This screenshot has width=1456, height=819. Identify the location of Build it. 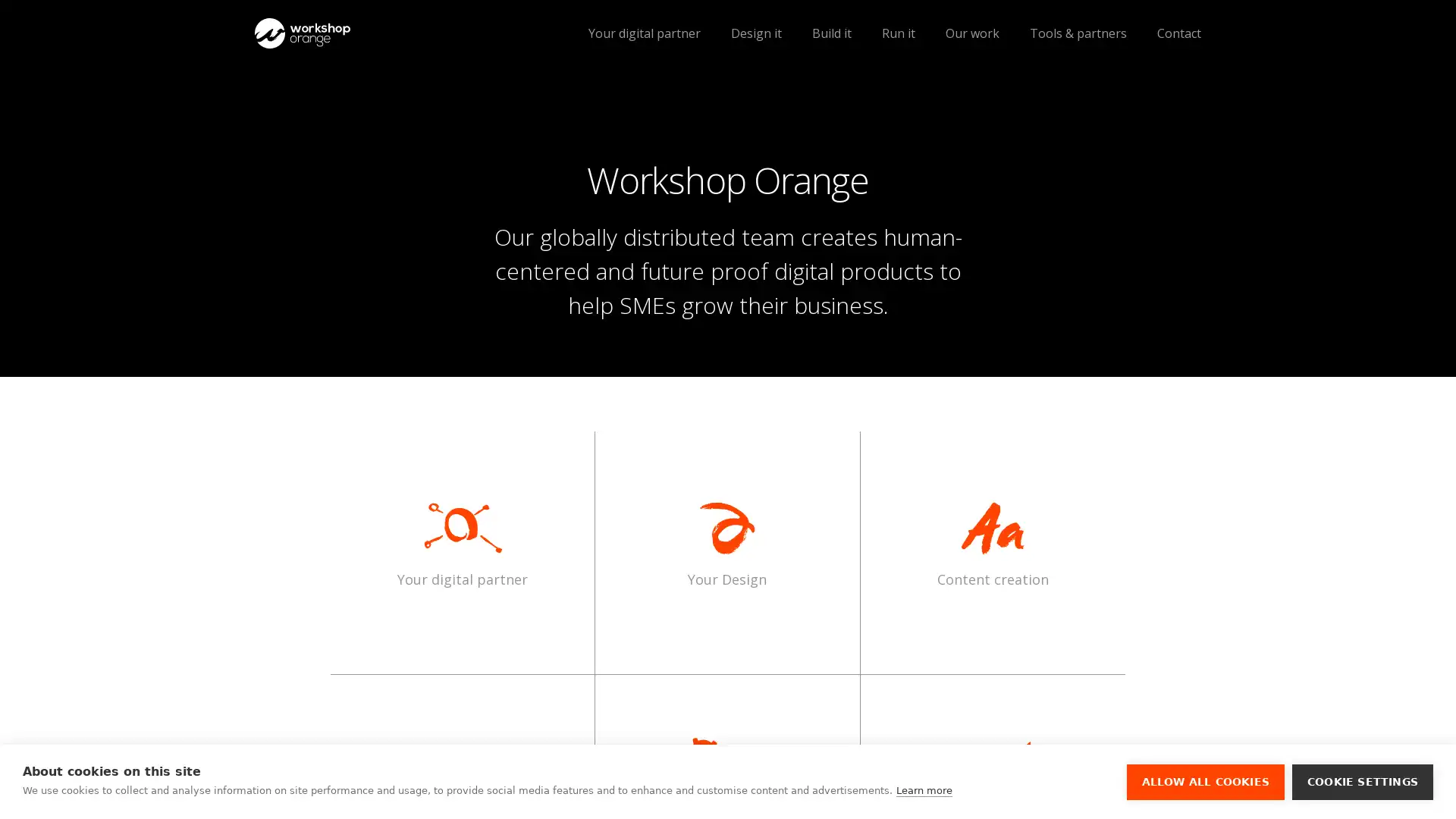
(831, 33).